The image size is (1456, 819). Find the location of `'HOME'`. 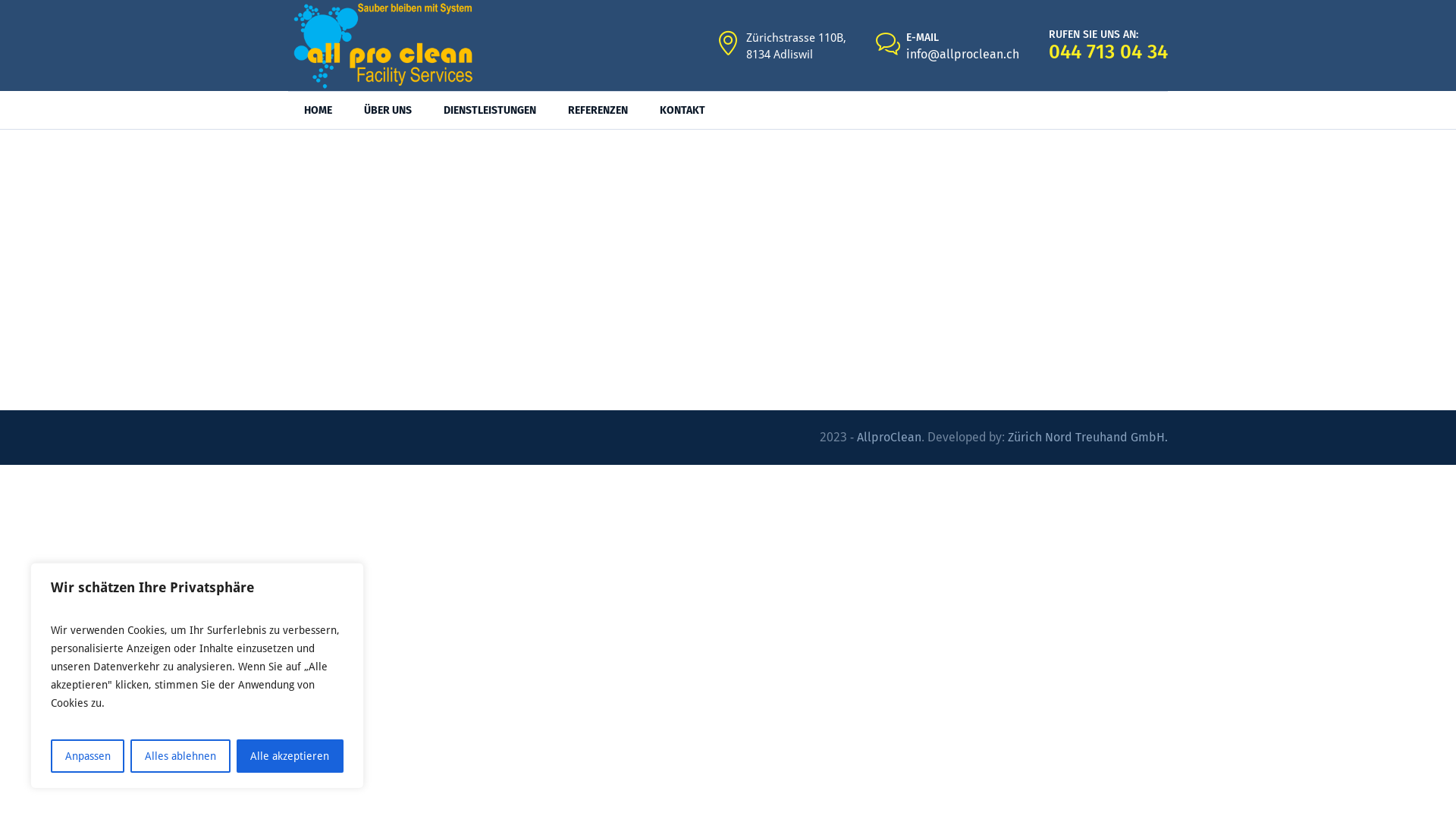

'HOME' is located at coordinates (317, 110).